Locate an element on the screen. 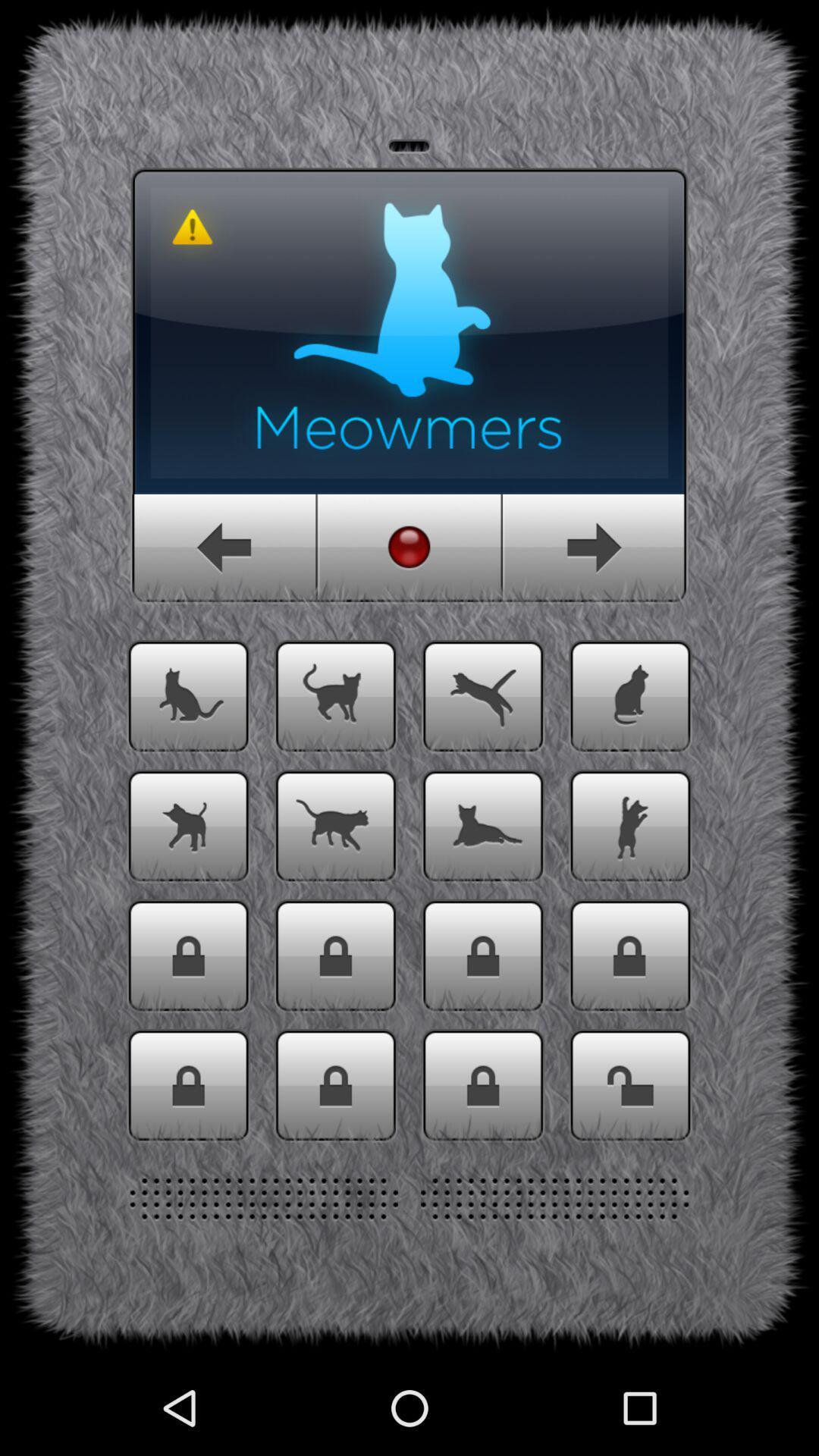 This screenshot has height=1456, width=819. the lock icon is located at coordinates (334, 1031).